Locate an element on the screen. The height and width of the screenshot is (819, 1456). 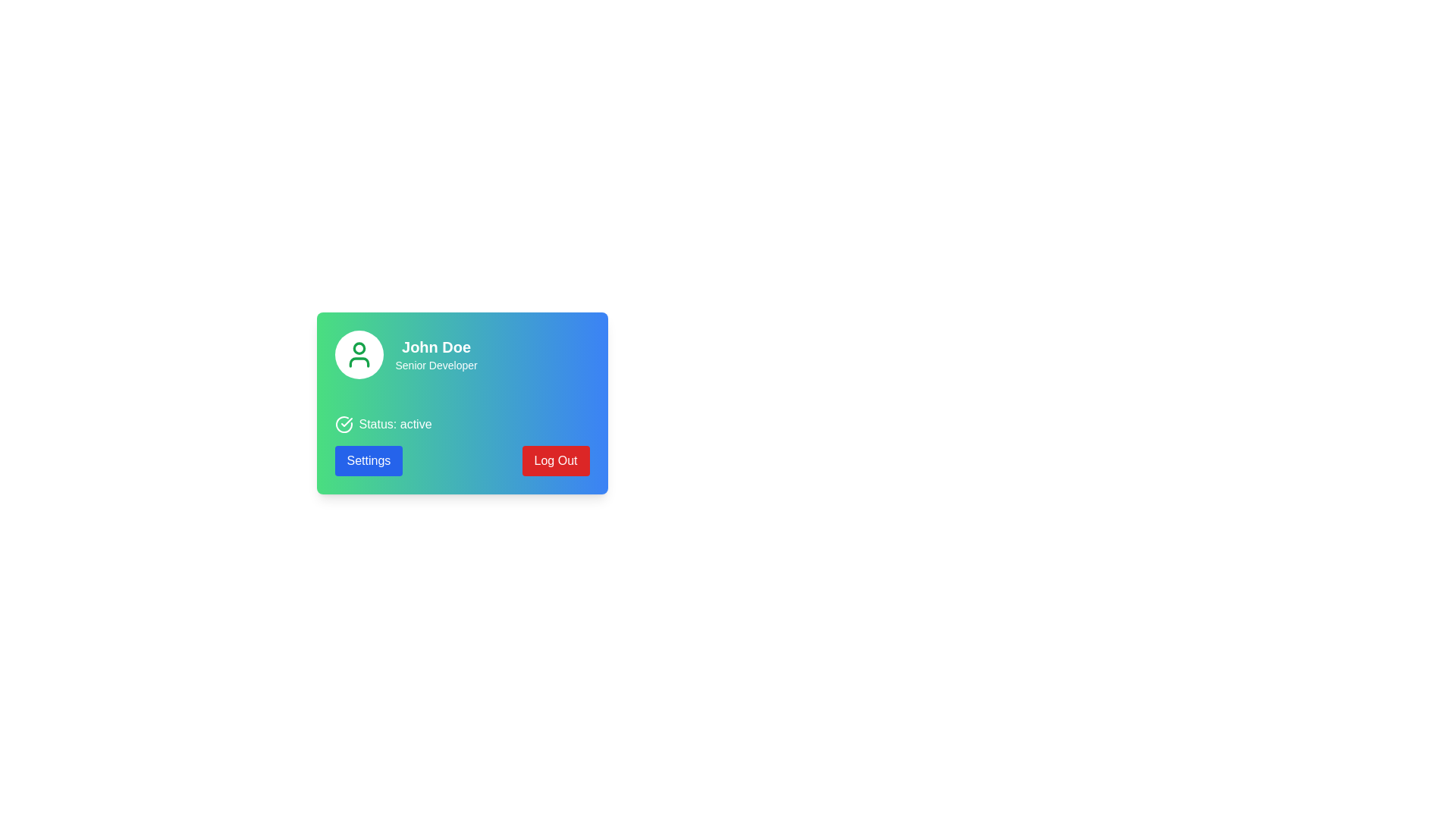
the circular green check icon, which serves as a status indicator for 'Status: active' is located at coordinates (343, 424).